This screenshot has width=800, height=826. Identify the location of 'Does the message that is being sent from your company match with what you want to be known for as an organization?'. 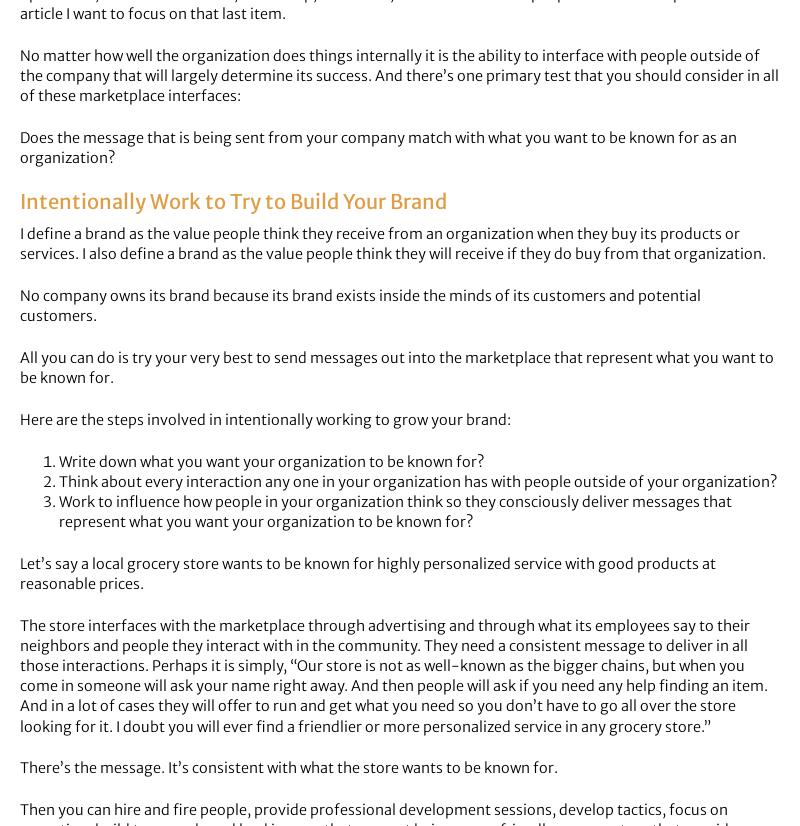
(377, 148).